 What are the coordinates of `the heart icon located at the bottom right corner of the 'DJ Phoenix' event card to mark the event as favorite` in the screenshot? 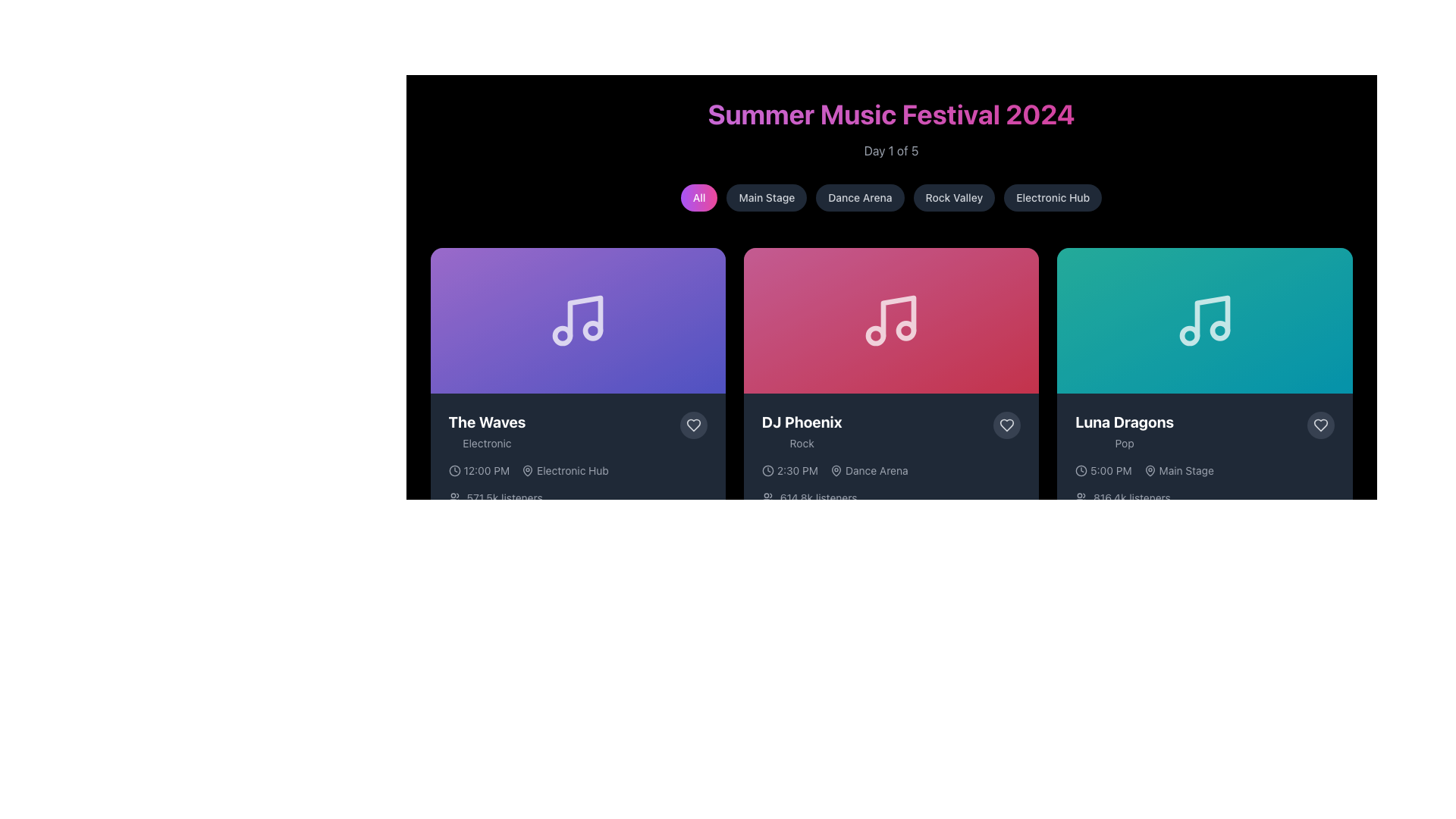 It's located at (1007, 425).